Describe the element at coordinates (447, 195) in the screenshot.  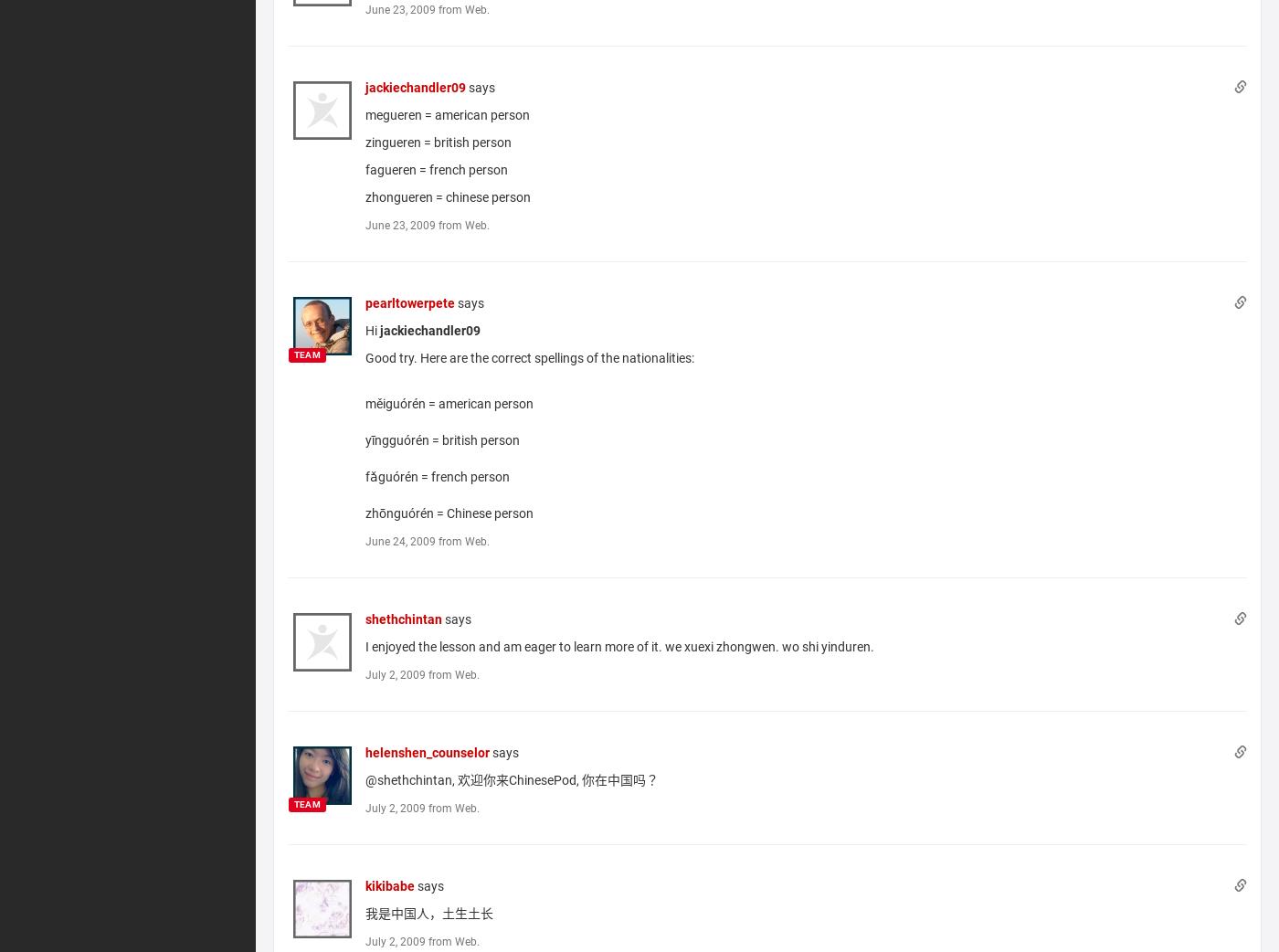
I see `'zhongueren = chinese person'` at that location.